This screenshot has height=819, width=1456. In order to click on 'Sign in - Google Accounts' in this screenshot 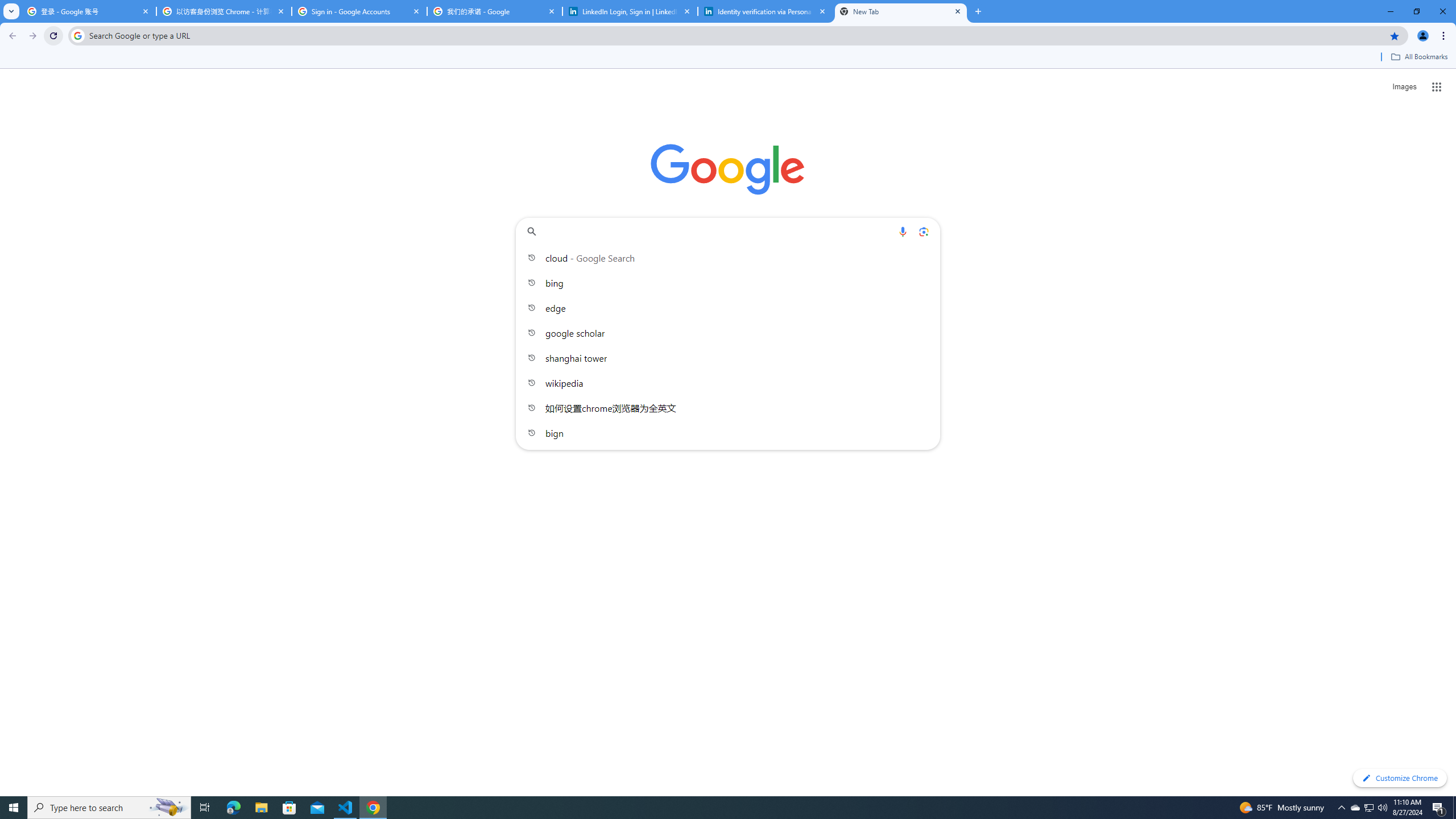, I will do `click(359, 11)`.